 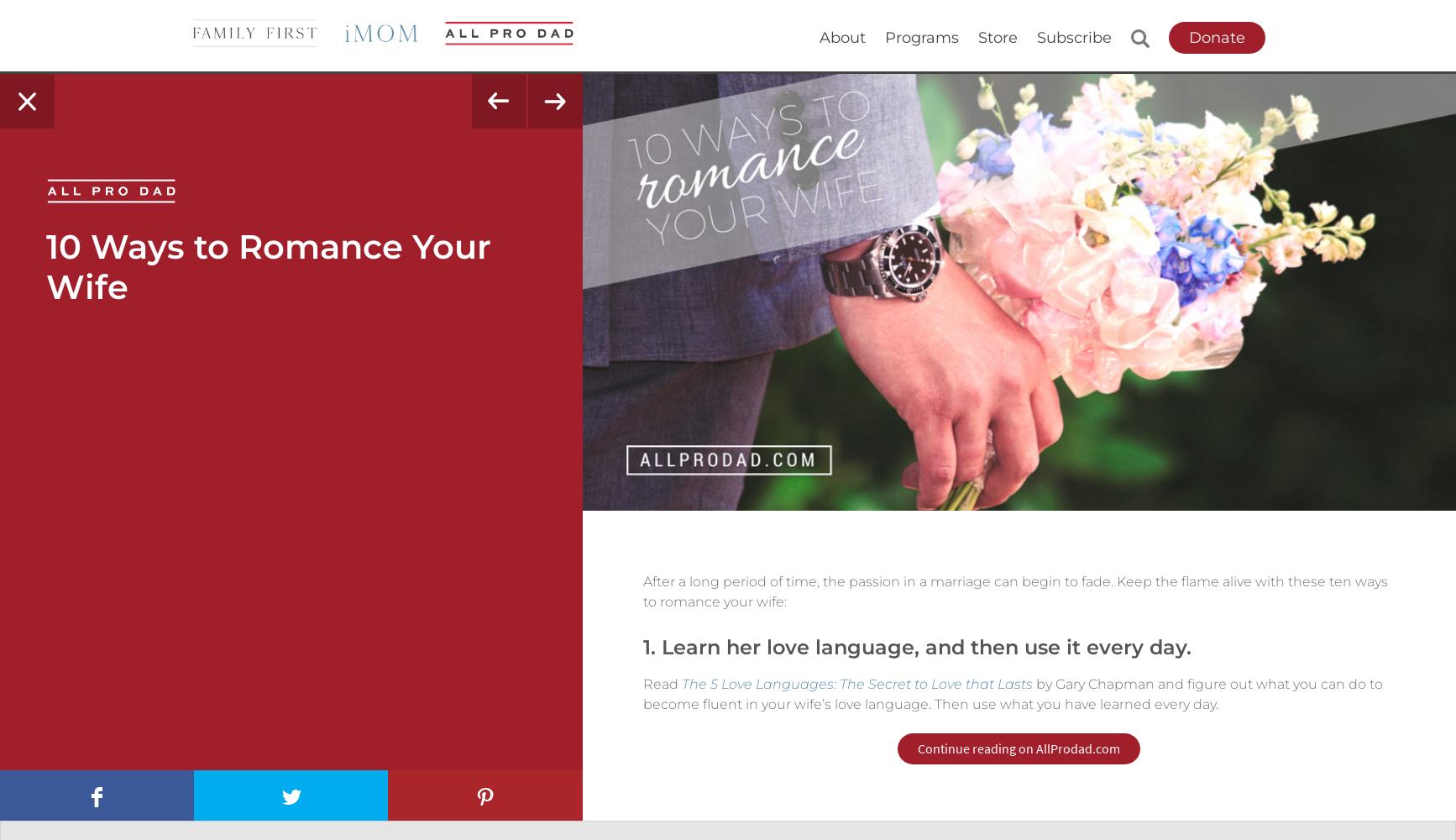 I want to click on 'About', so click(x=842, y=38).